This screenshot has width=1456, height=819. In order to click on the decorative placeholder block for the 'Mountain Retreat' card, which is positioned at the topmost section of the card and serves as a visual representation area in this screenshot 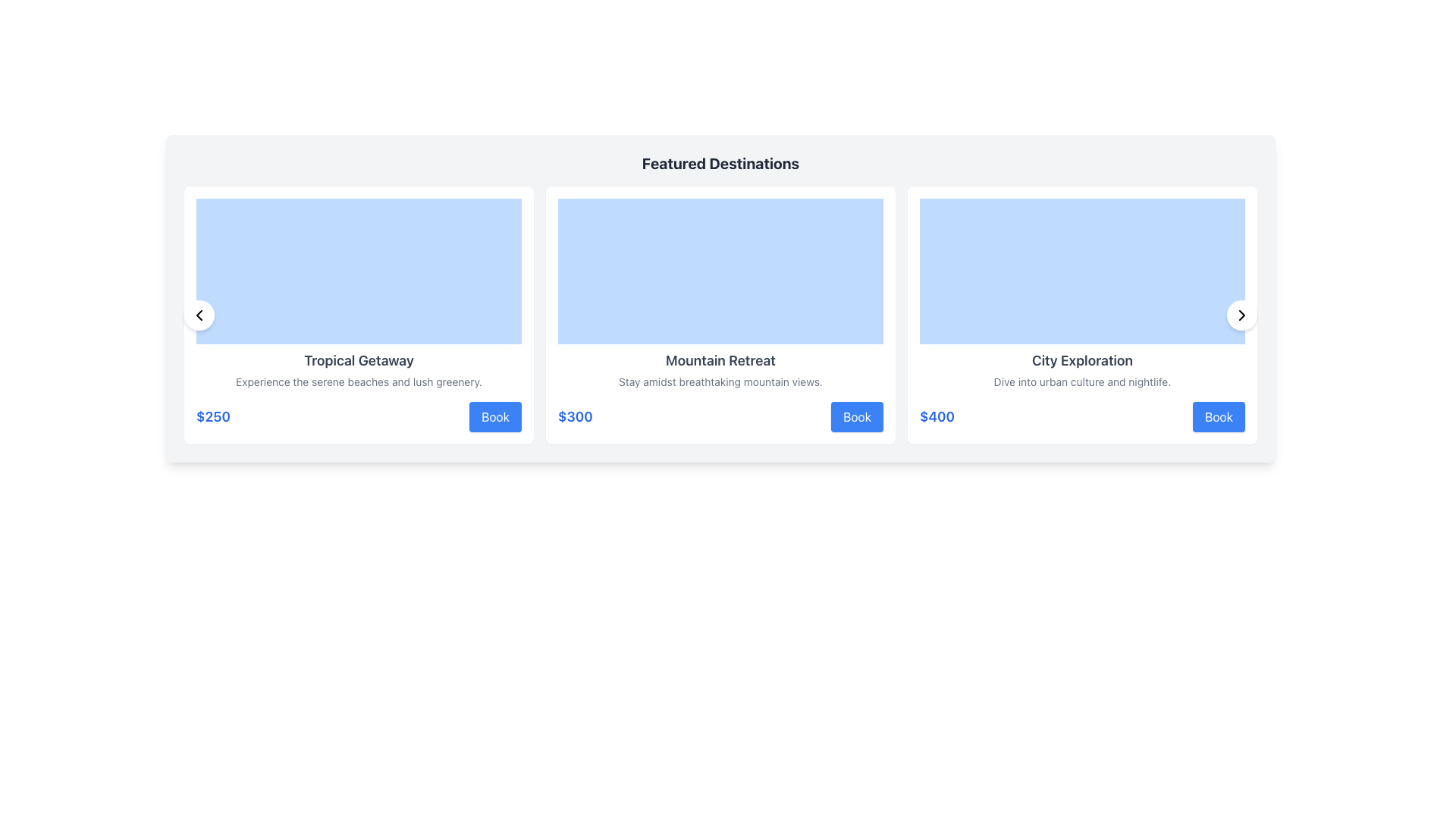, I will do `click(720, 271)`.